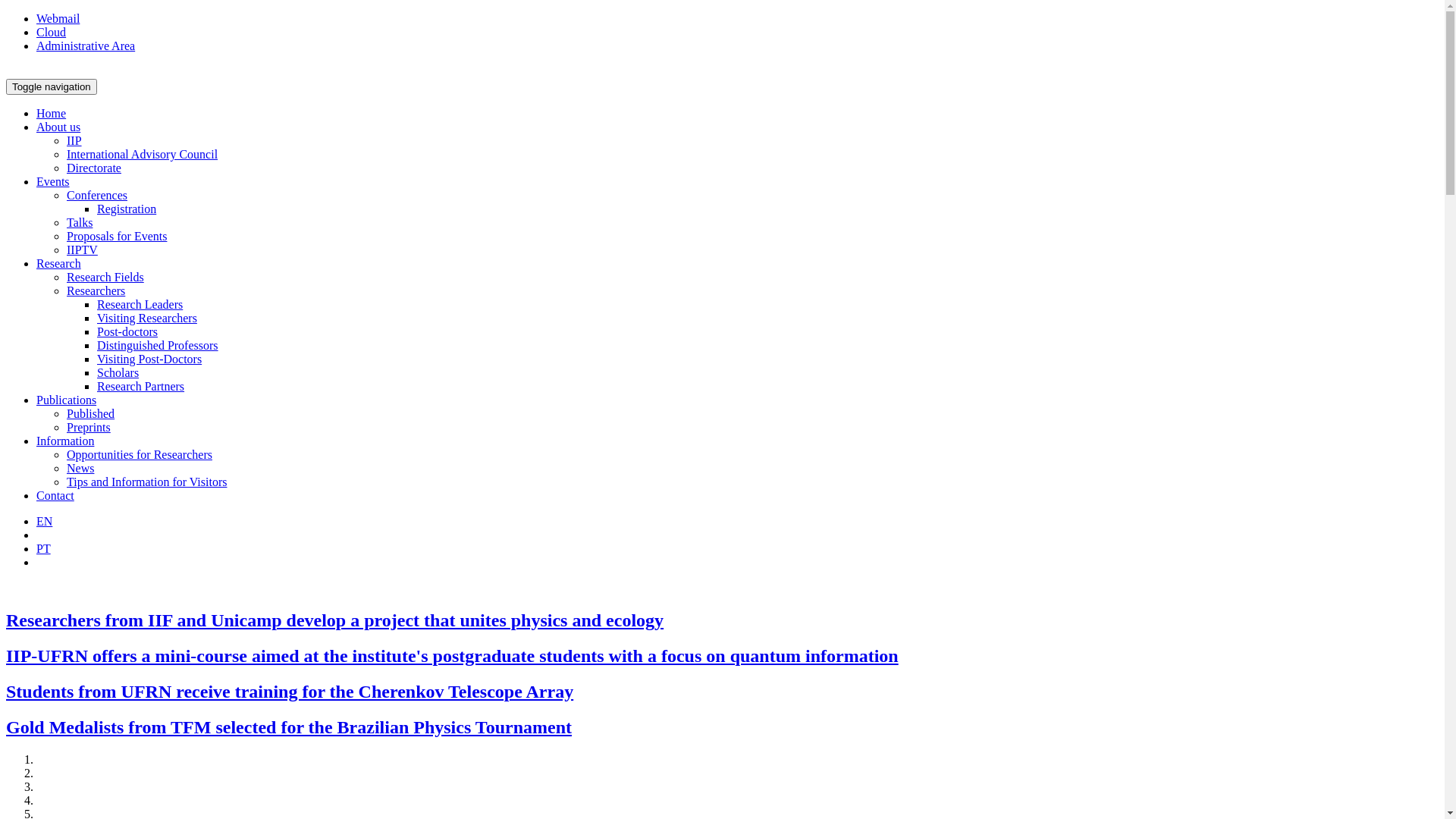 This screenshot has height=819, width=1456. I want to click on 'EN', so click(44, 520).